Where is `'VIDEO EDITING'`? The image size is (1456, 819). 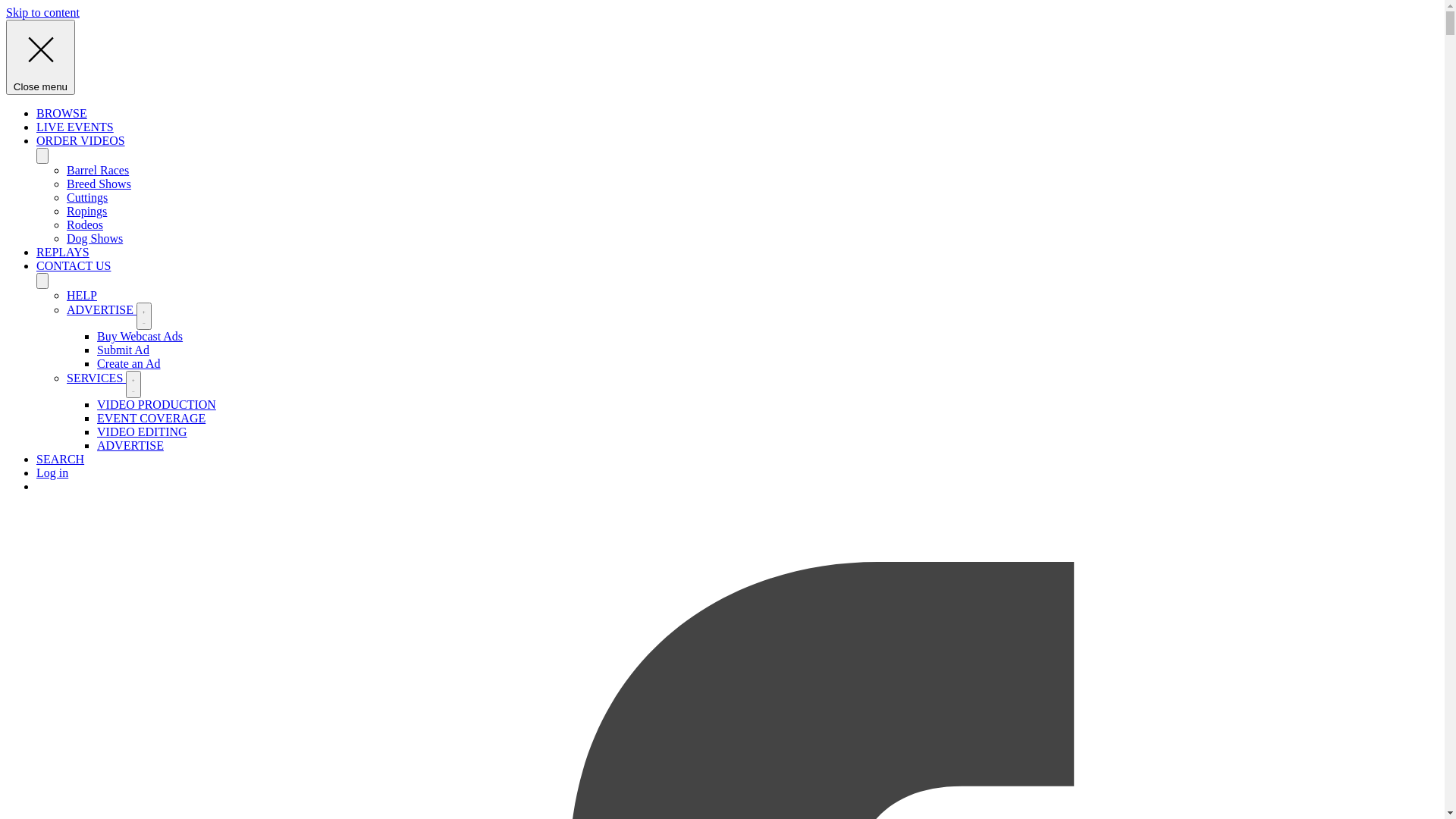 'VIDEO EDITING' is located at coordinates (96, 431).